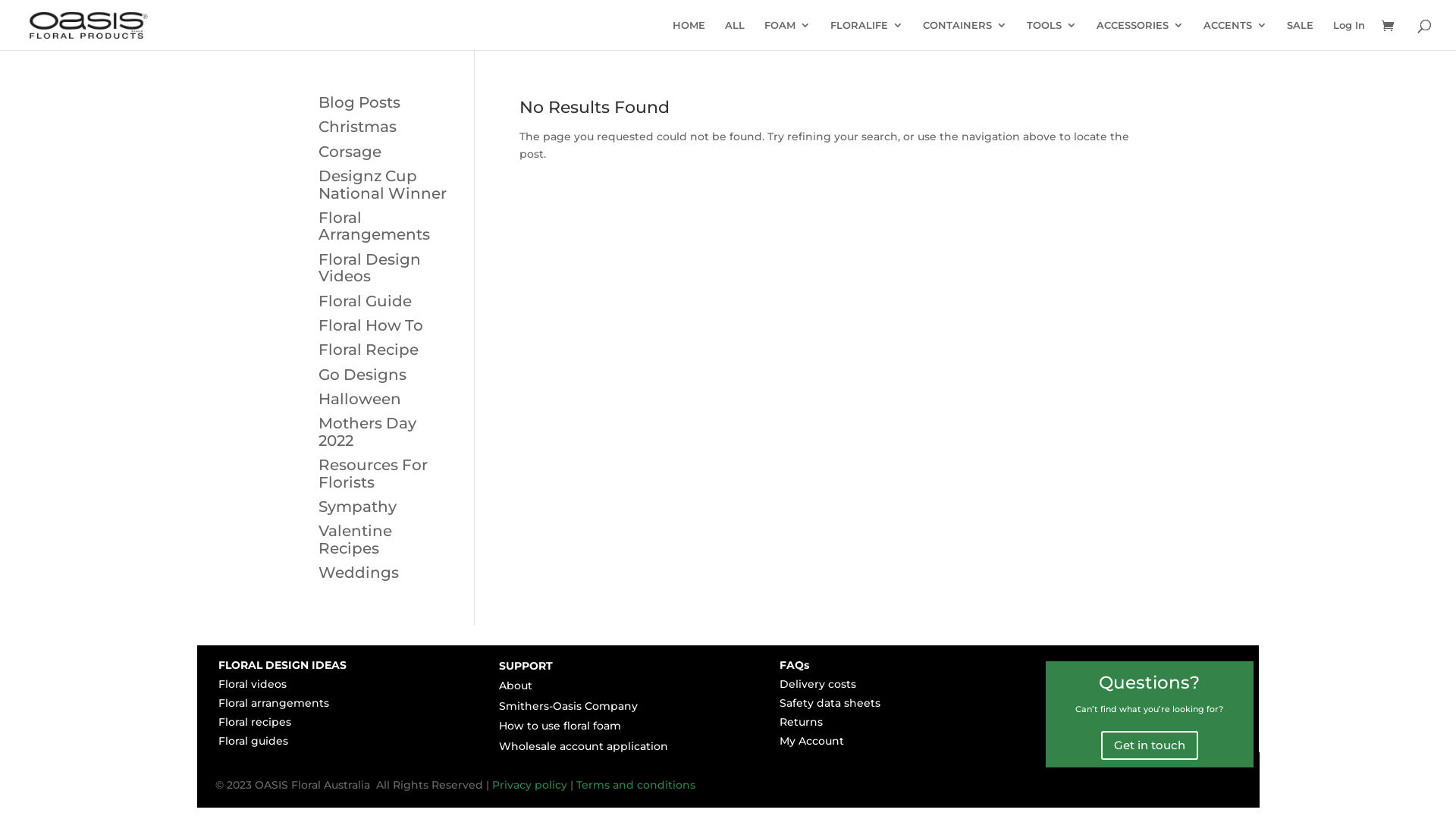  I want to click on 'Corsage', so click(349, 152).